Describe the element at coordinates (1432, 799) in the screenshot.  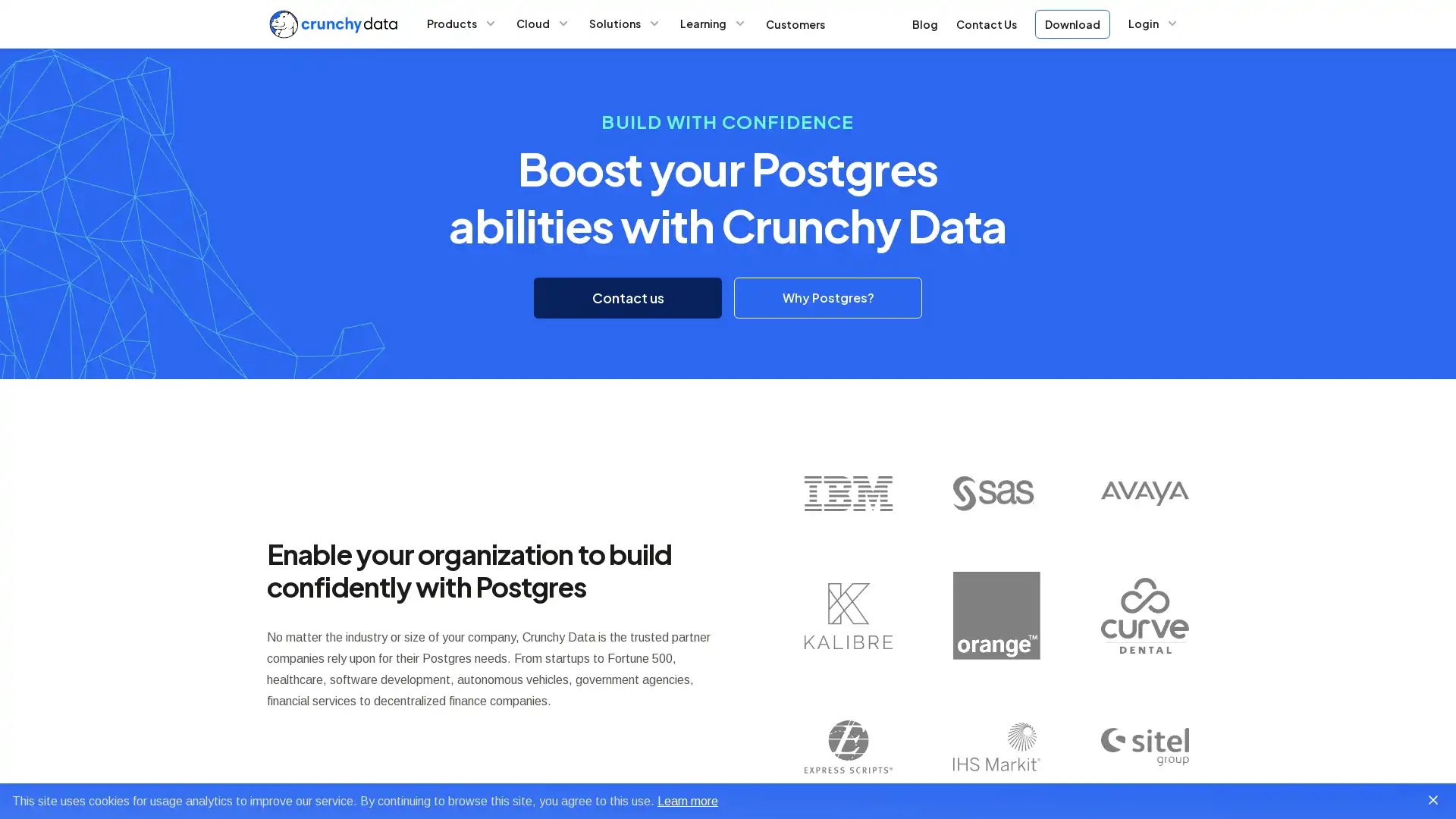
I see `Close` at that location.